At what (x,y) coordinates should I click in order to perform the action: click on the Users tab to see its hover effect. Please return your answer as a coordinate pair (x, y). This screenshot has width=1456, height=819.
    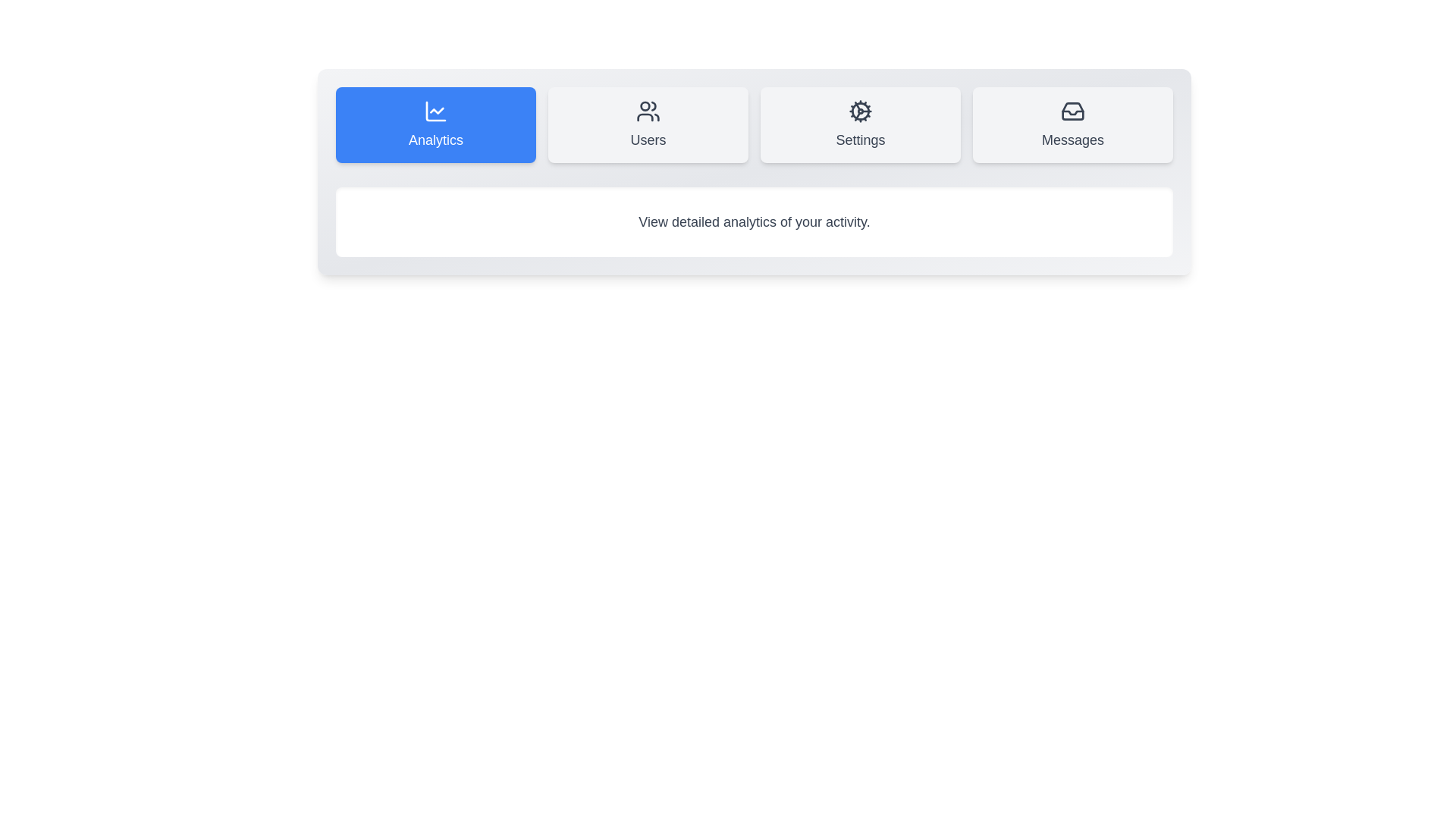
    Looking at the image, I should click on (648, 124).